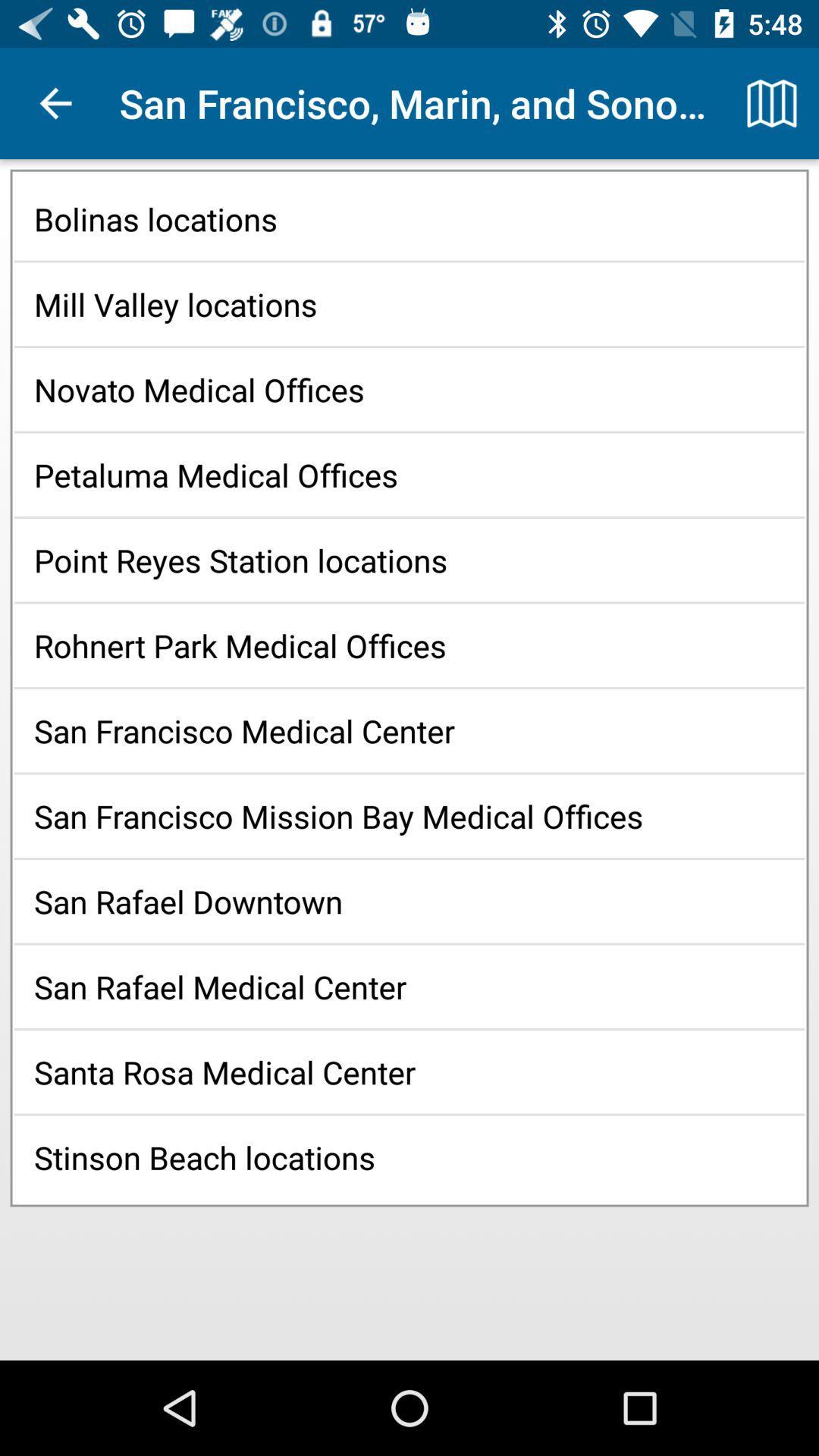 The image size is (819, 1456). What do you see at coordinates (409, 559) in the screenshot?
I see `the icon above rohnert park medical` at bounding box center [409, 559].